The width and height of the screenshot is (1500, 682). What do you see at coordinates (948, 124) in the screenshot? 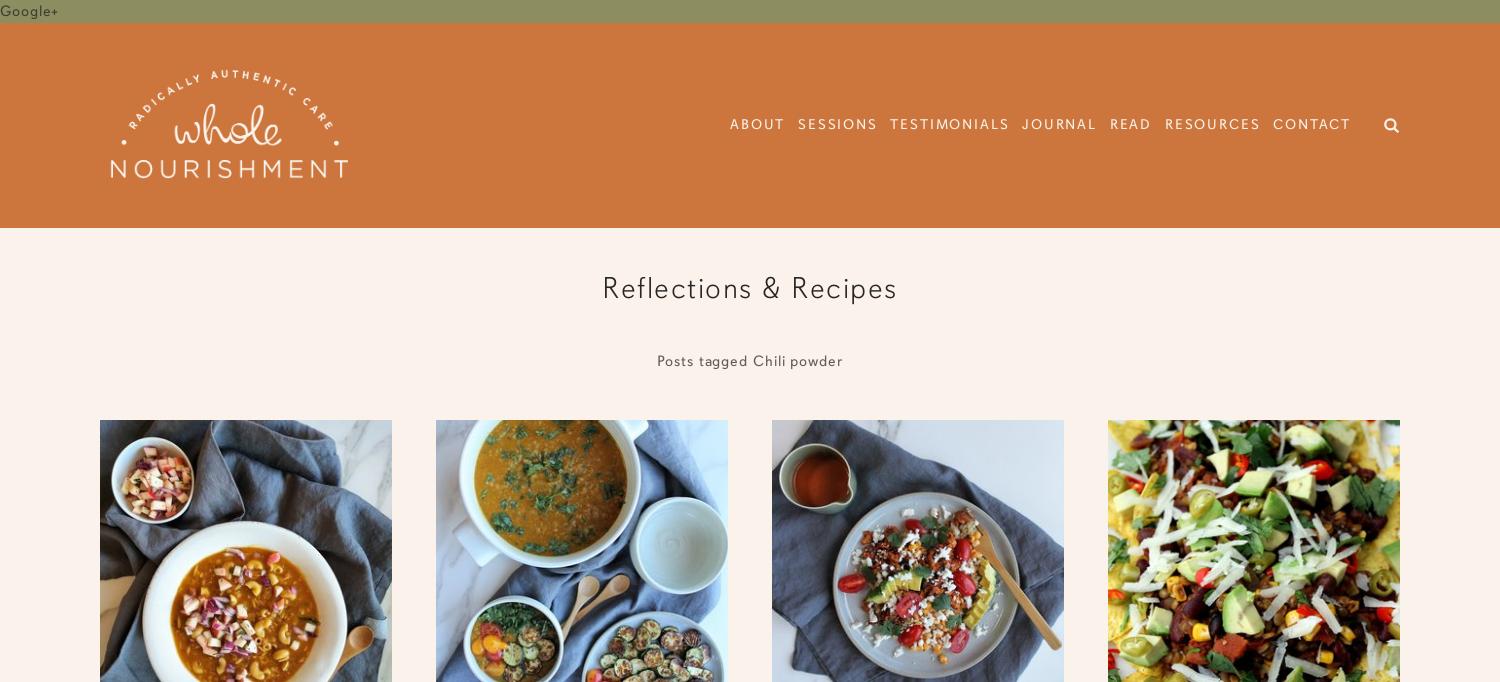
I see `'Testimonials'` at bounding box center [948, 124].